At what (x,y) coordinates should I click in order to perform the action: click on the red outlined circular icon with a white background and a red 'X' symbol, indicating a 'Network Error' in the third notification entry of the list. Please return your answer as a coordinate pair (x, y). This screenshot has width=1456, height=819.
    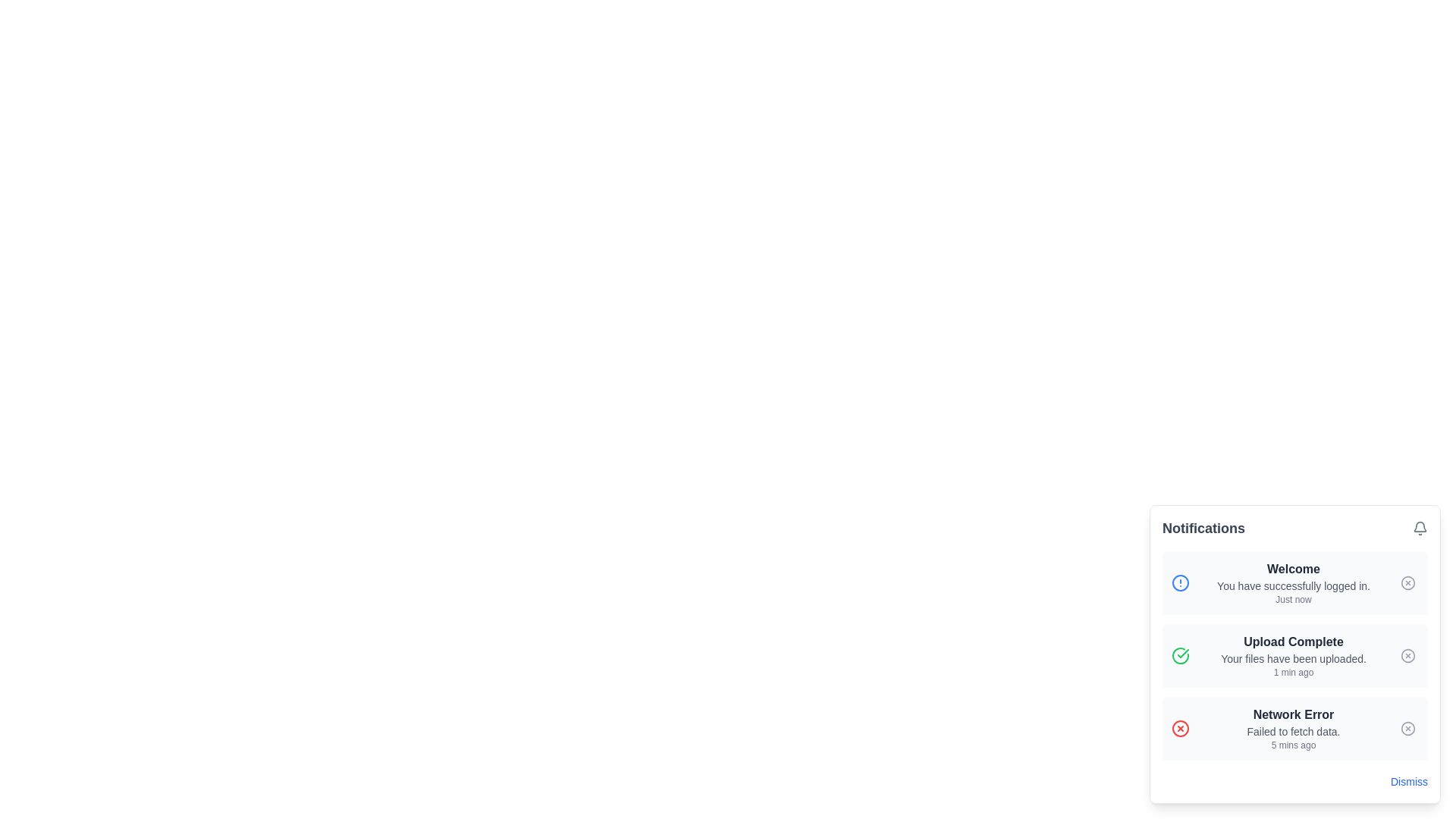
    Looking at the image, I should click on (1179, 727).